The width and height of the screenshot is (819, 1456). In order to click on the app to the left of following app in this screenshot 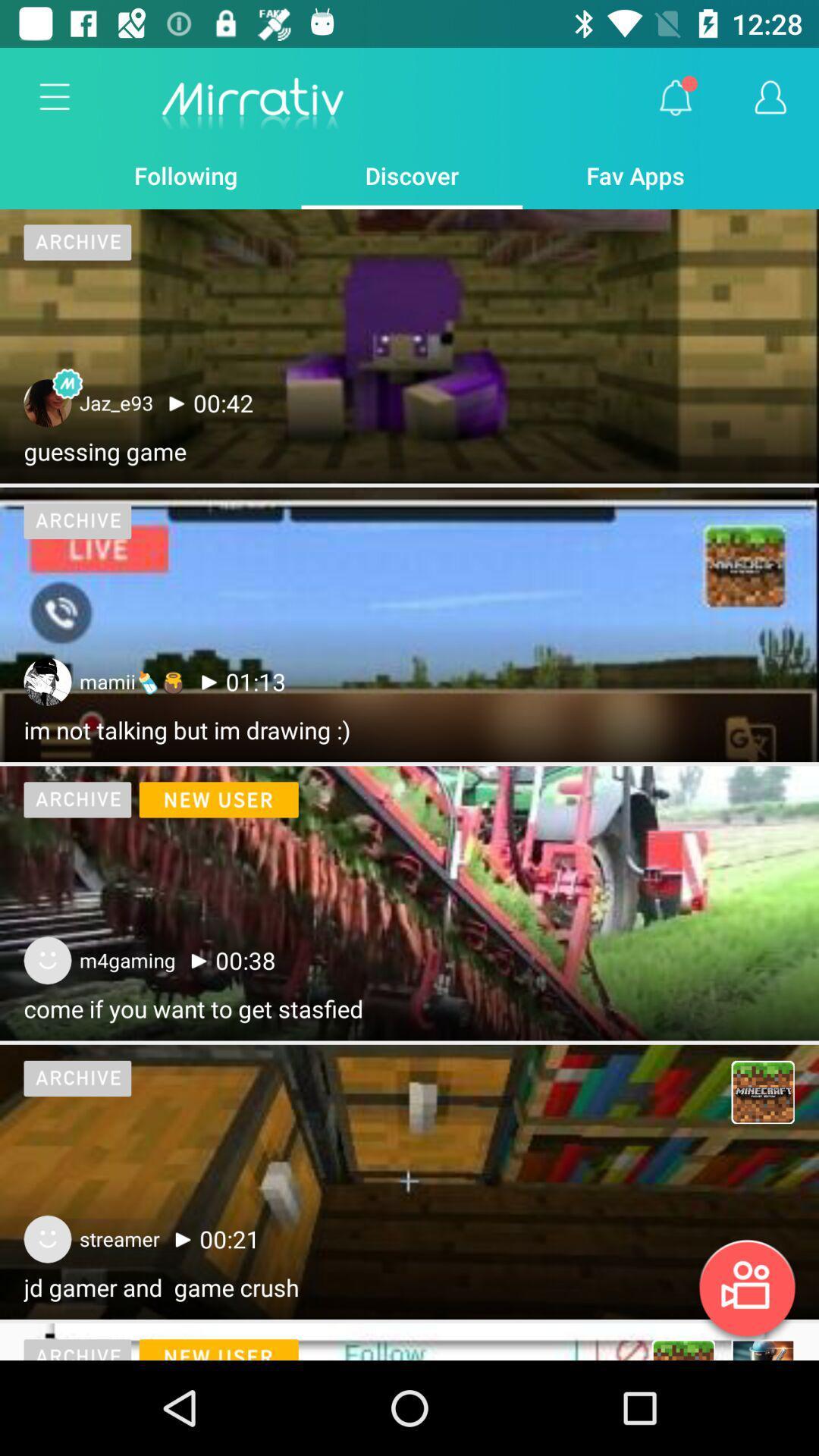, I will do `click(55, 97)`.